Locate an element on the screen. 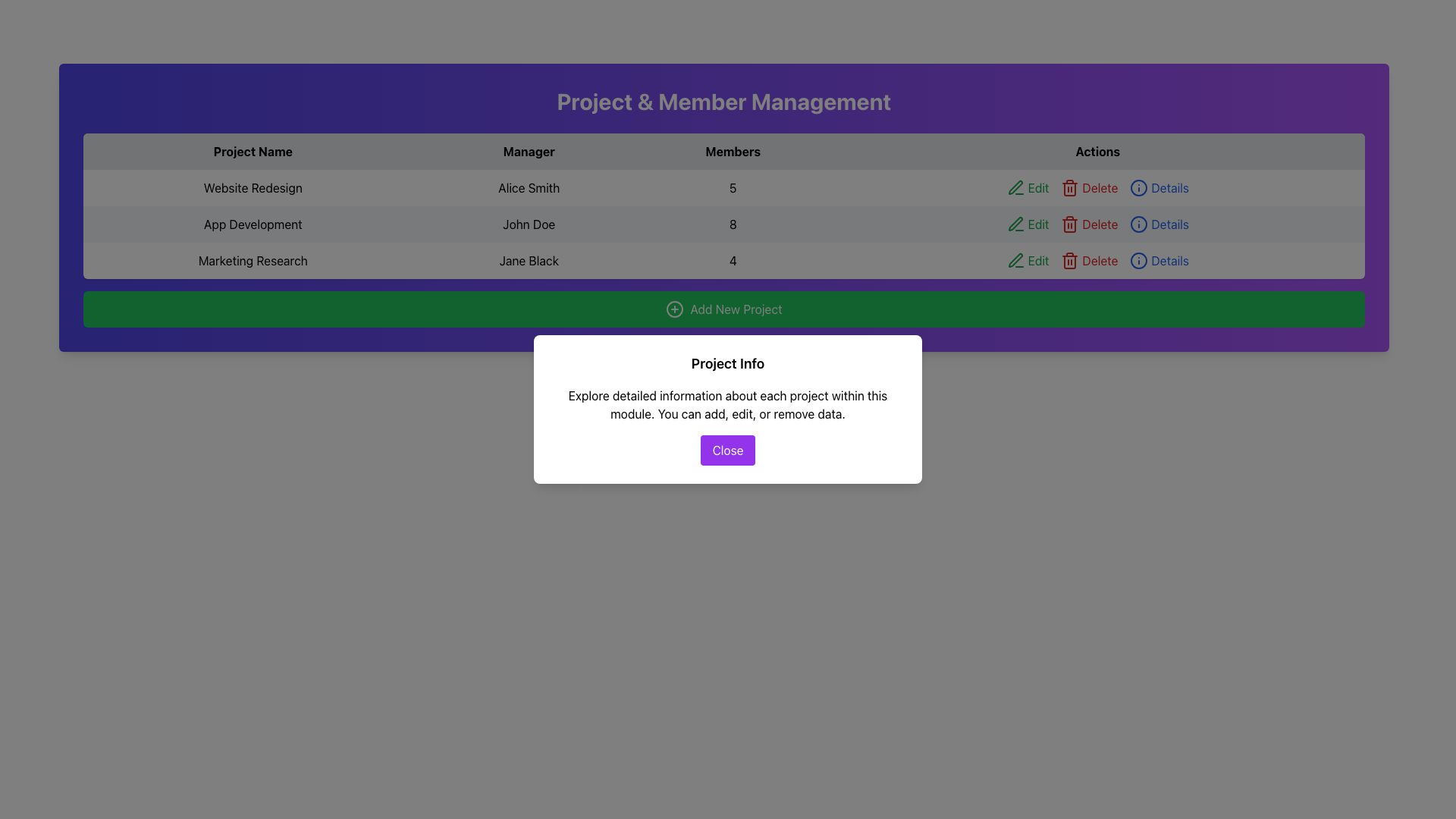 The image size is (1456, 819). the 'Delete' button, which is a red button with a trash bin icon, positioned between the 'Edit' and 'Details' buttons in the 'Actions' column of the table, to observe its style change is located at coordinates (1088, 187).